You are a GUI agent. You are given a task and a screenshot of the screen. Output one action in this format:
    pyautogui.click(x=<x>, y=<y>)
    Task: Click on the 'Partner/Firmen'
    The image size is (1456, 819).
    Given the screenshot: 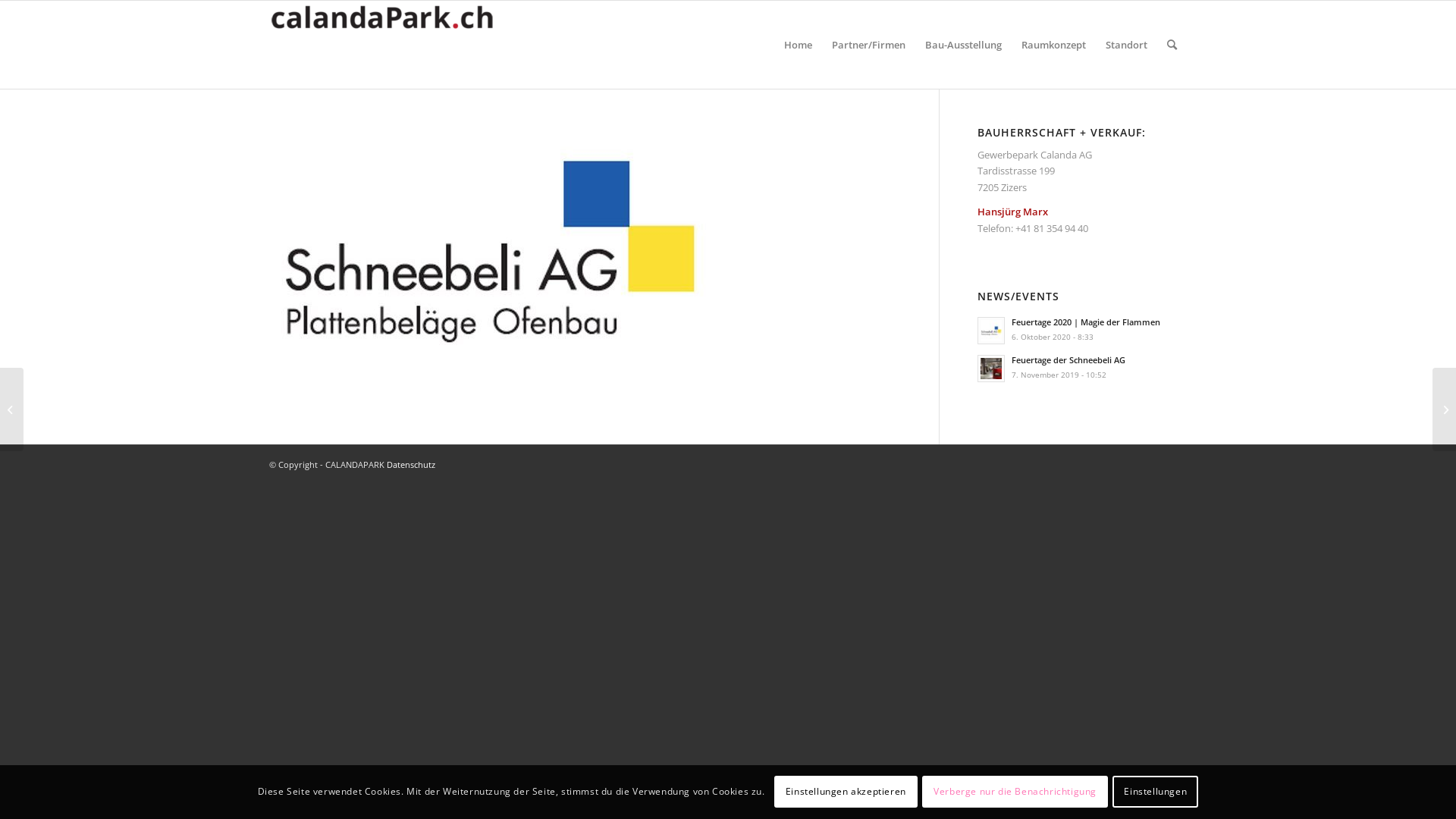 What is the action you would take?
    pyautogui.click(x=821, y=43)
    